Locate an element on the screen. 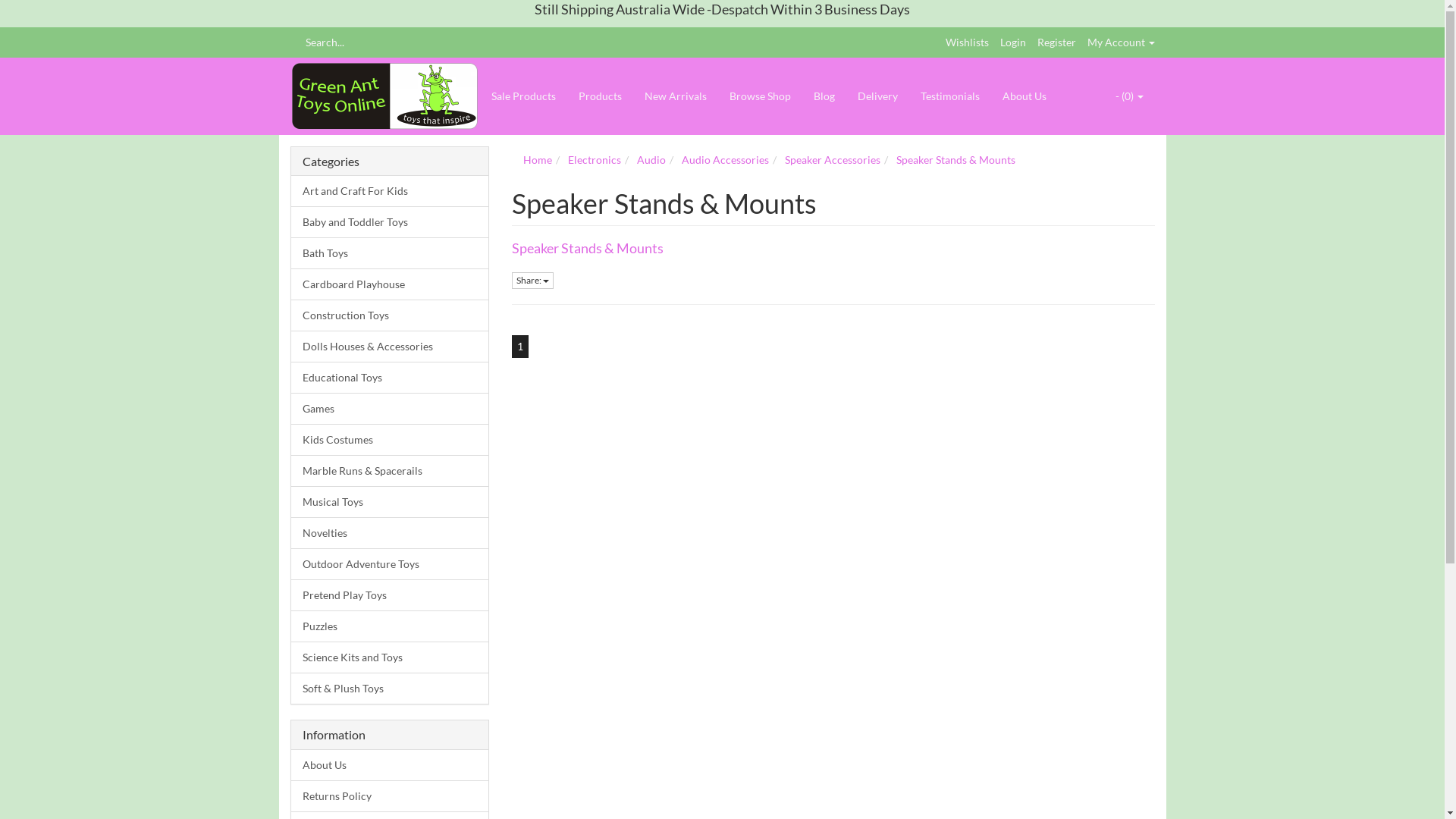  'Blog' is located at coordinates (823, 96).